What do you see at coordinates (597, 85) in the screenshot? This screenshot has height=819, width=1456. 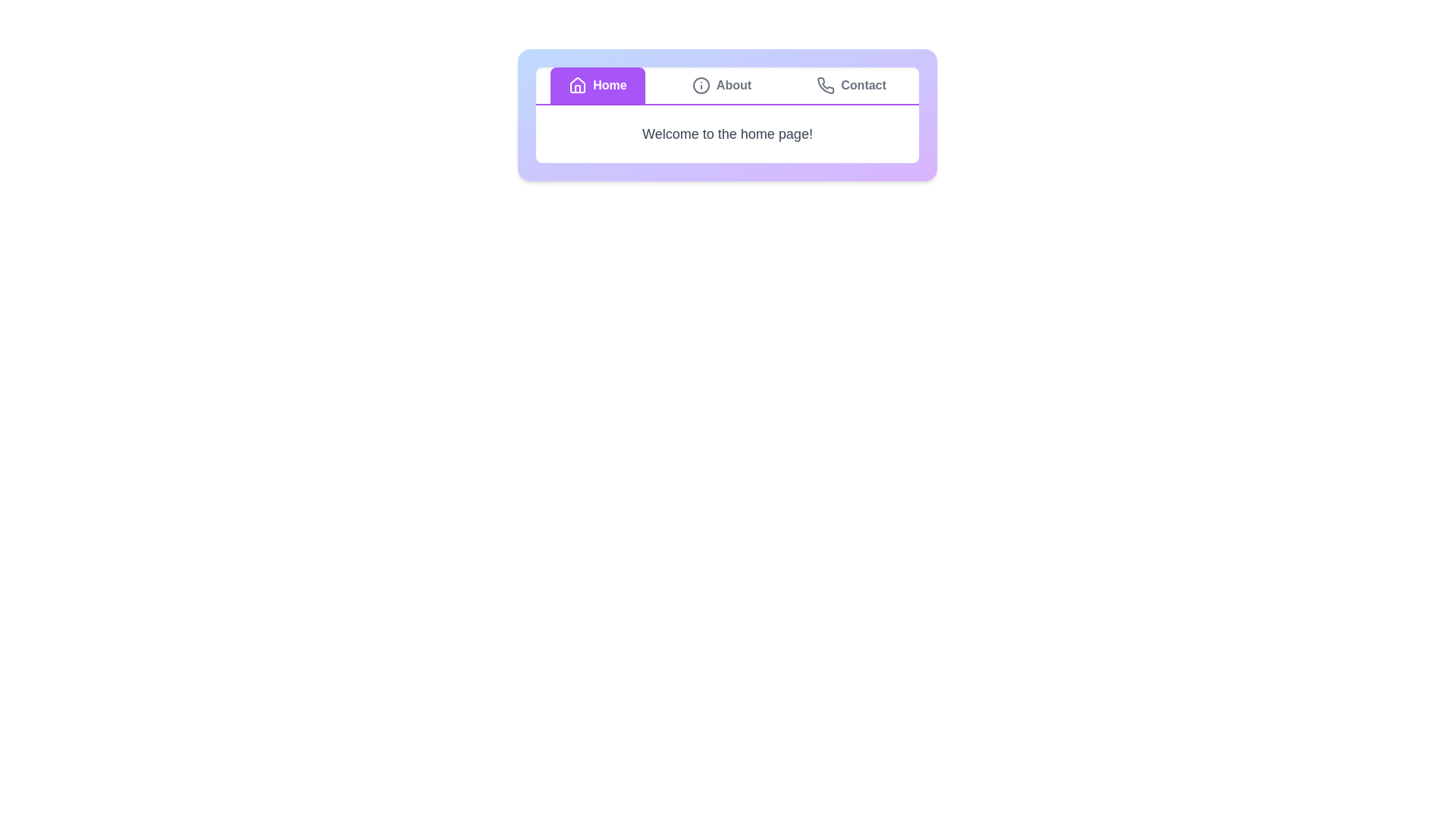 I see `the Home tab by clicking on it` at bounding box center [597, 85].